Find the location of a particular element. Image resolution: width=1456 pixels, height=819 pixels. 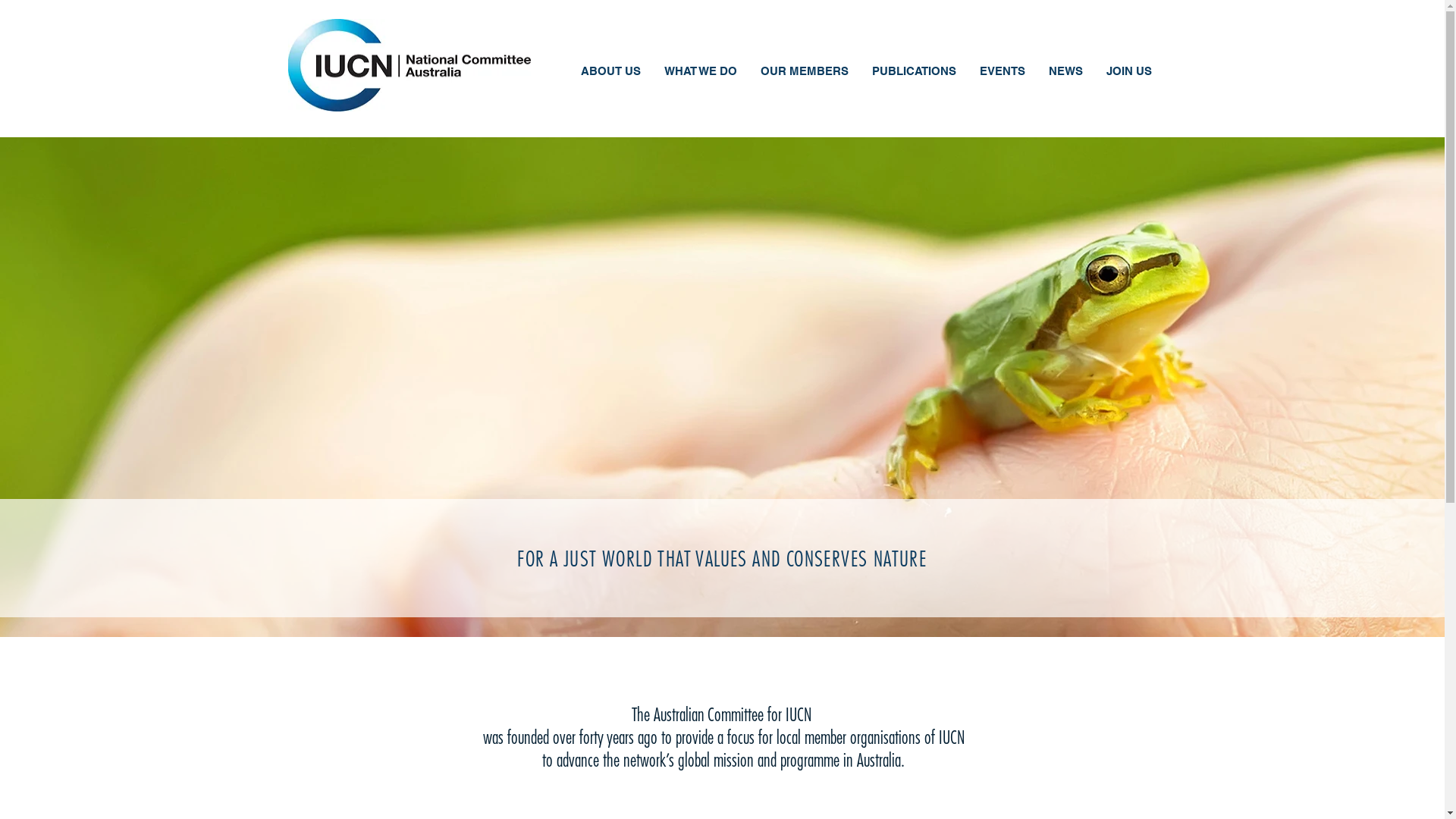

'EVENTS' is located at coordinates (1002, 72).